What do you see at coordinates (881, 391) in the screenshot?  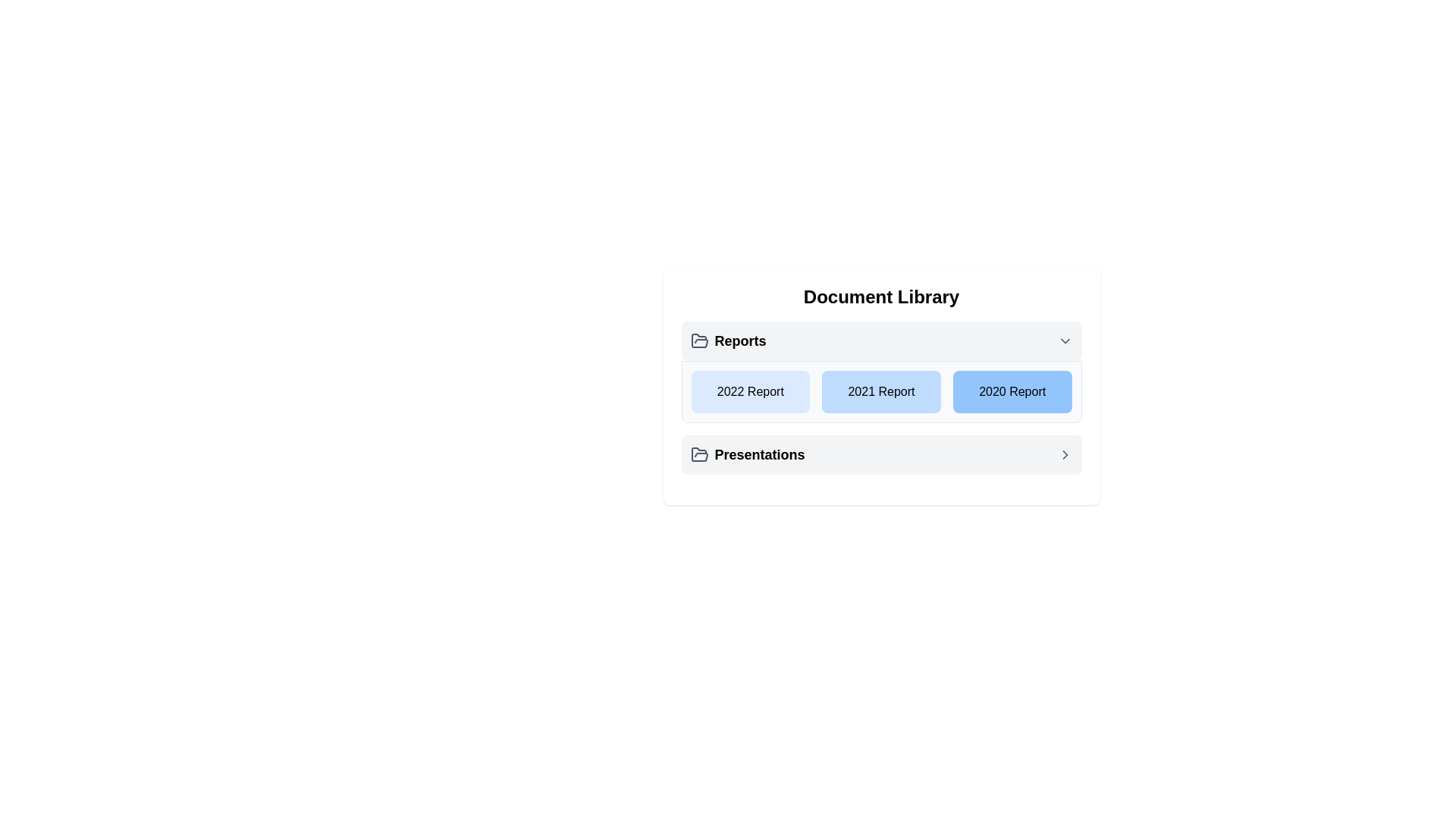 I see `the '2021 Report' button with a light blue background and bold black text for keyboard navigation` at bounding box center [881, 391].